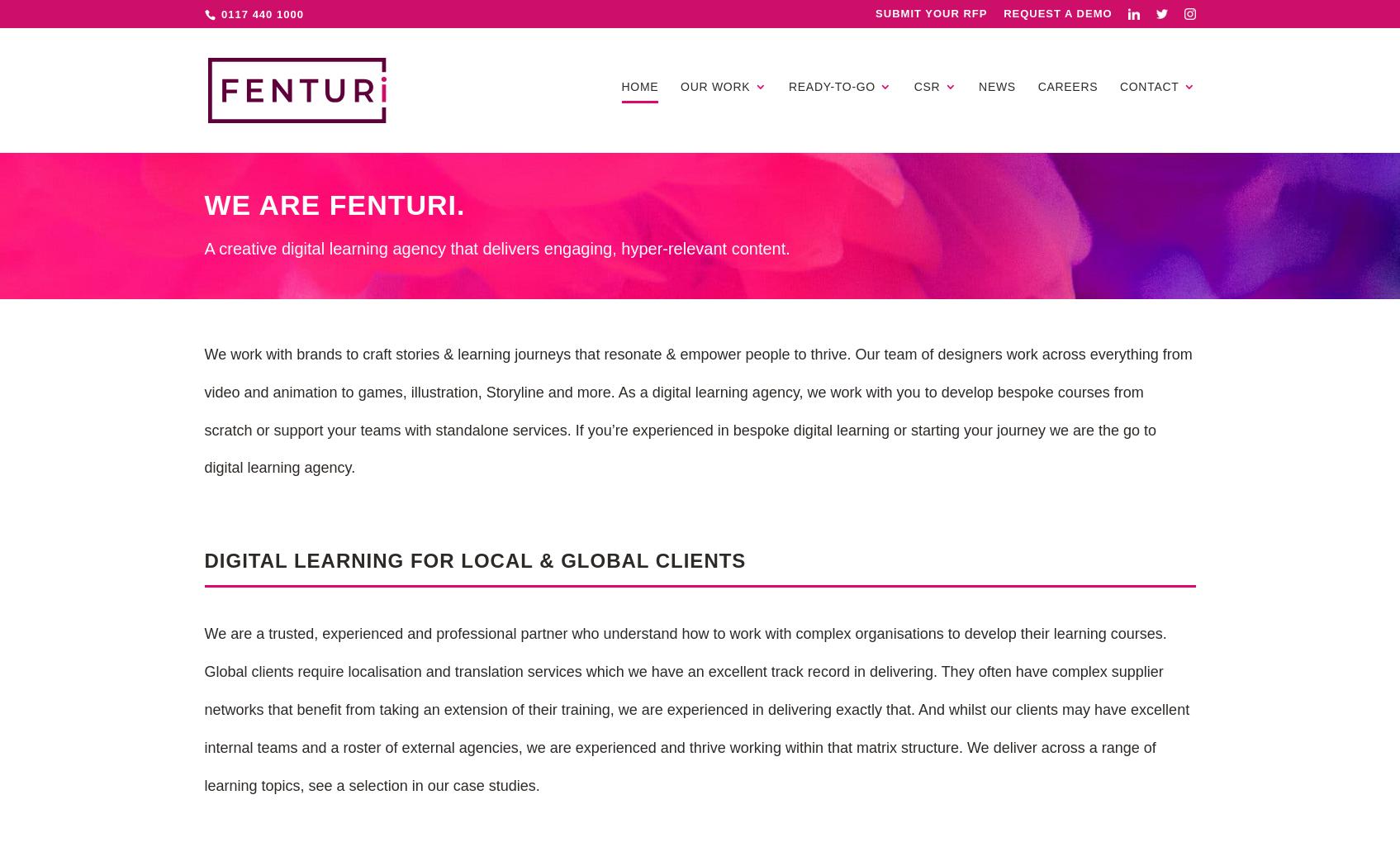 This screenshot has height=852, width=1400. Describe the element at coordinates (997, 85) in the screenshot. I see `'News'` at that location.